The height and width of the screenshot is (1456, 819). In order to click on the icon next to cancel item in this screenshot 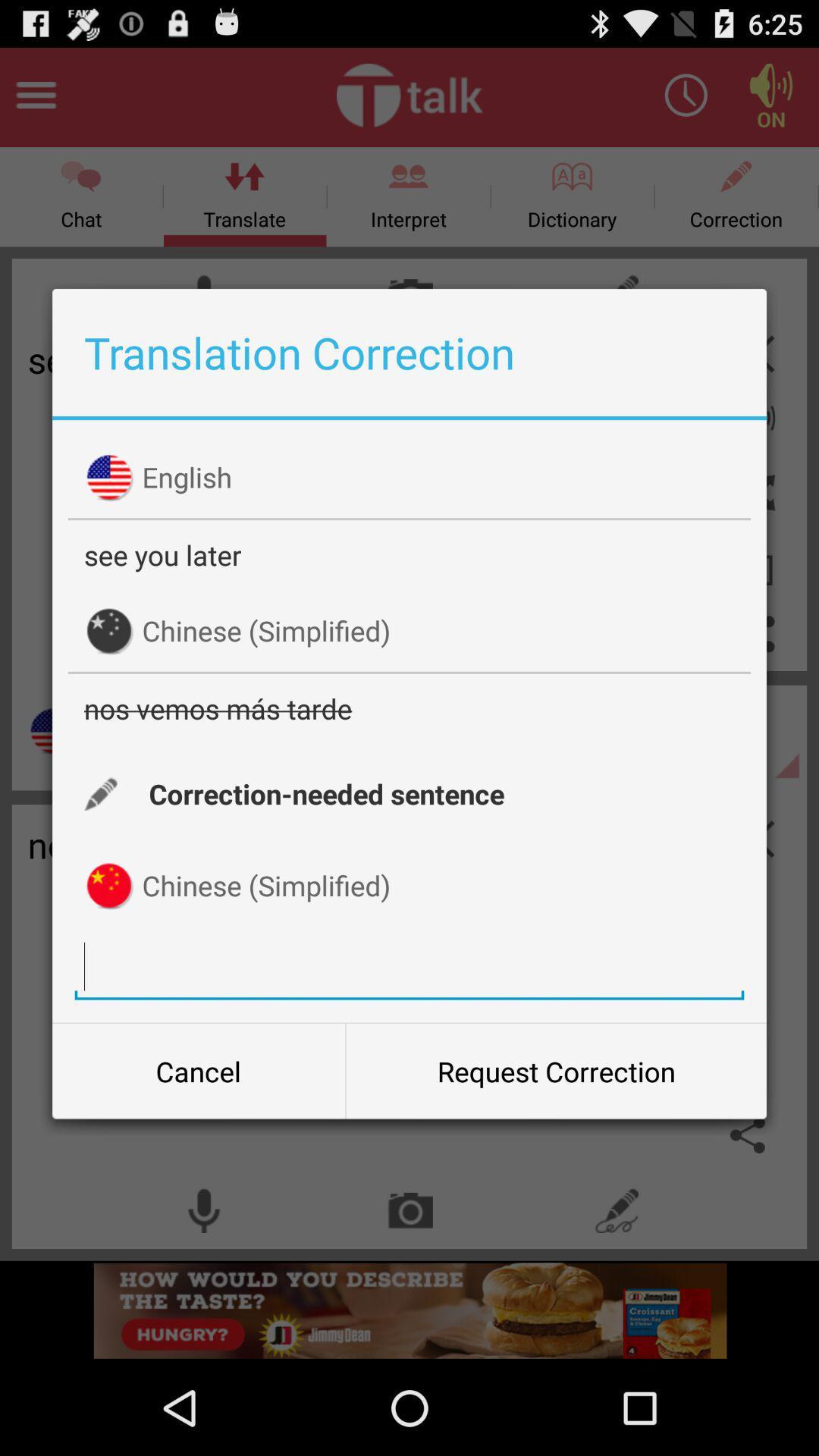, I will do `click(556, 1070)`.